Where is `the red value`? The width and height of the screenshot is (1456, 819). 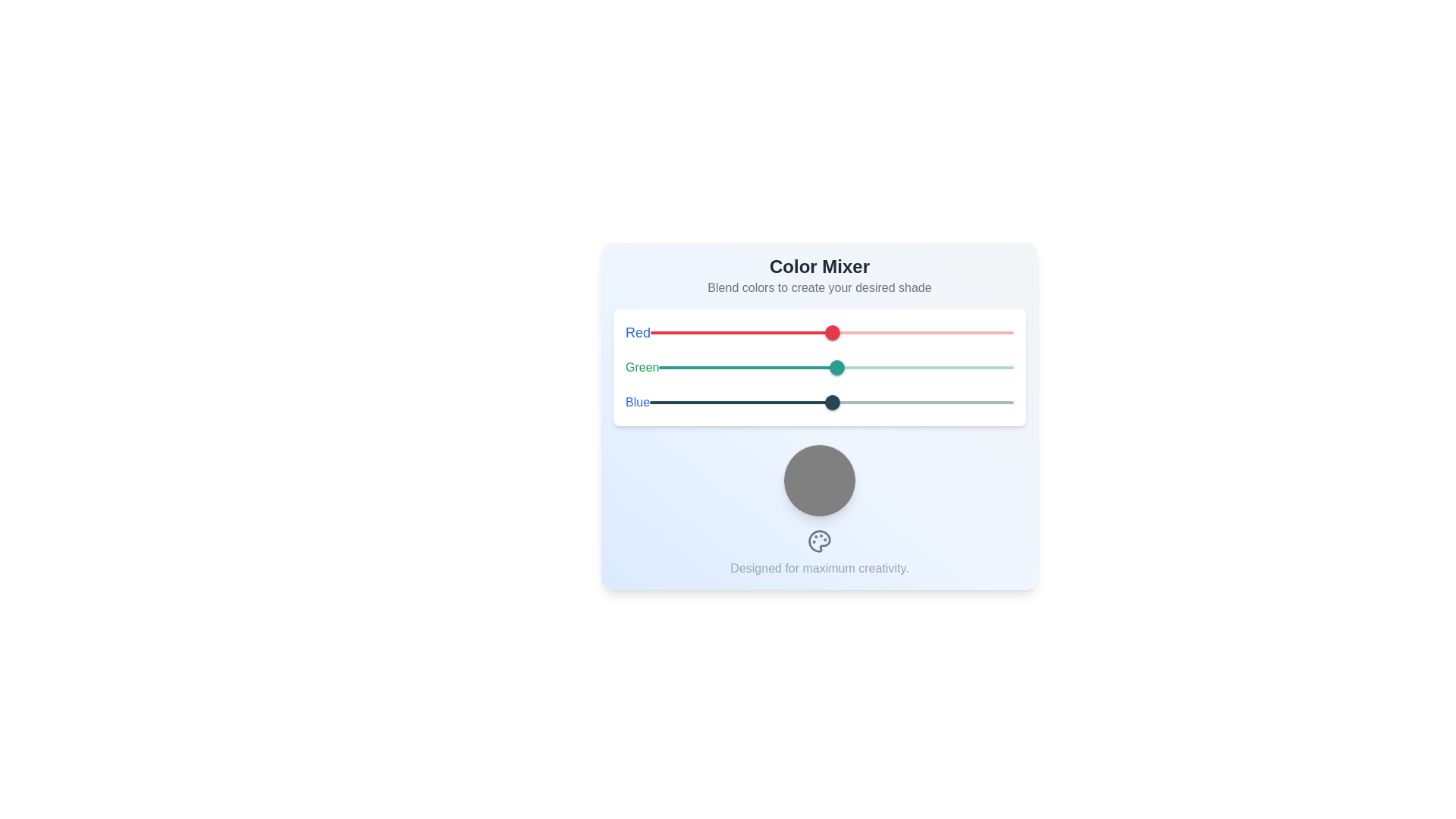 the red value is located at coordinates (1012, 332).